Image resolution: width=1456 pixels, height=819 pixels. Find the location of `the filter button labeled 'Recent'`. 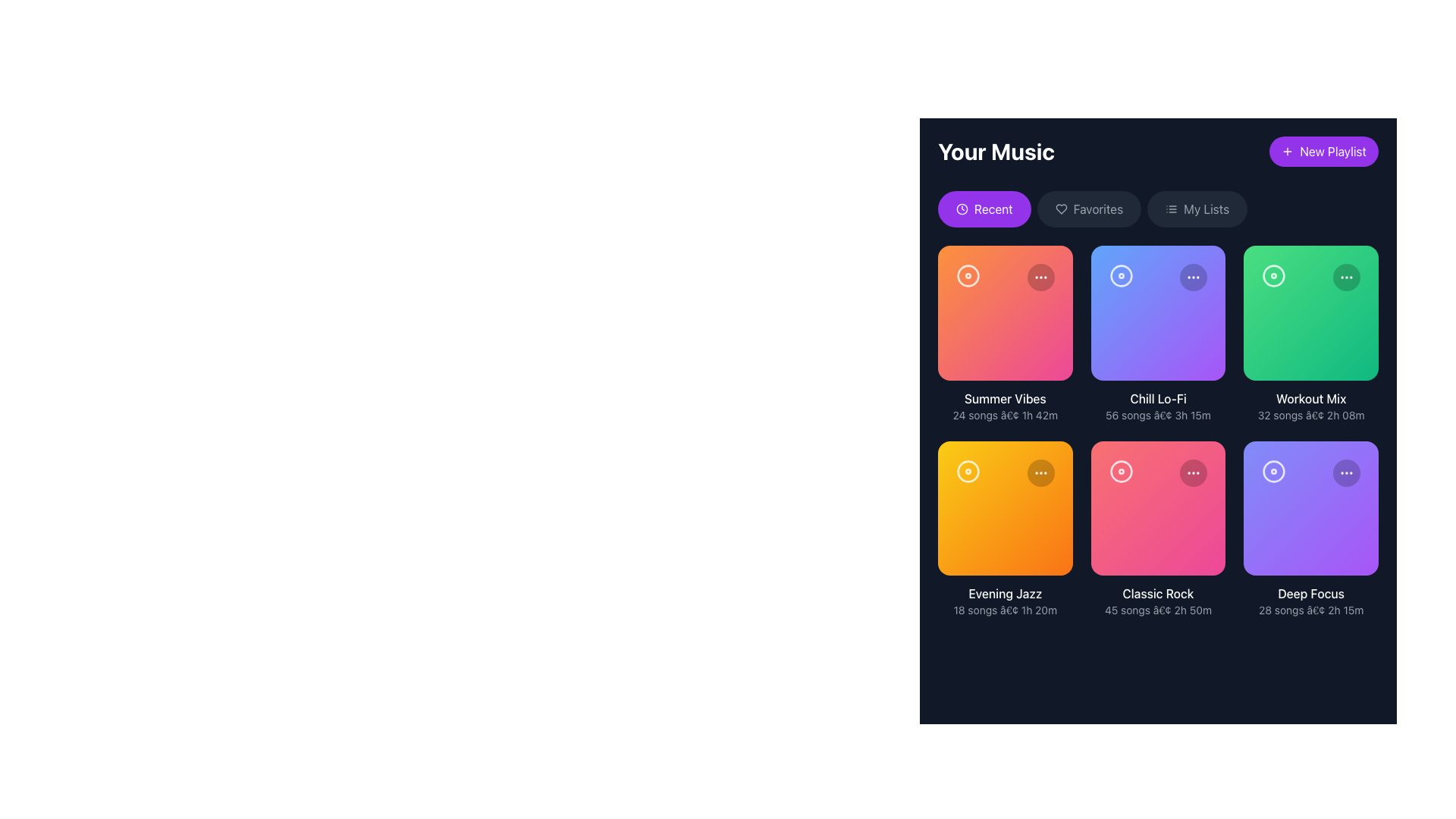

the filter button labeled 'Recent' is located at coordinates (984, 209).